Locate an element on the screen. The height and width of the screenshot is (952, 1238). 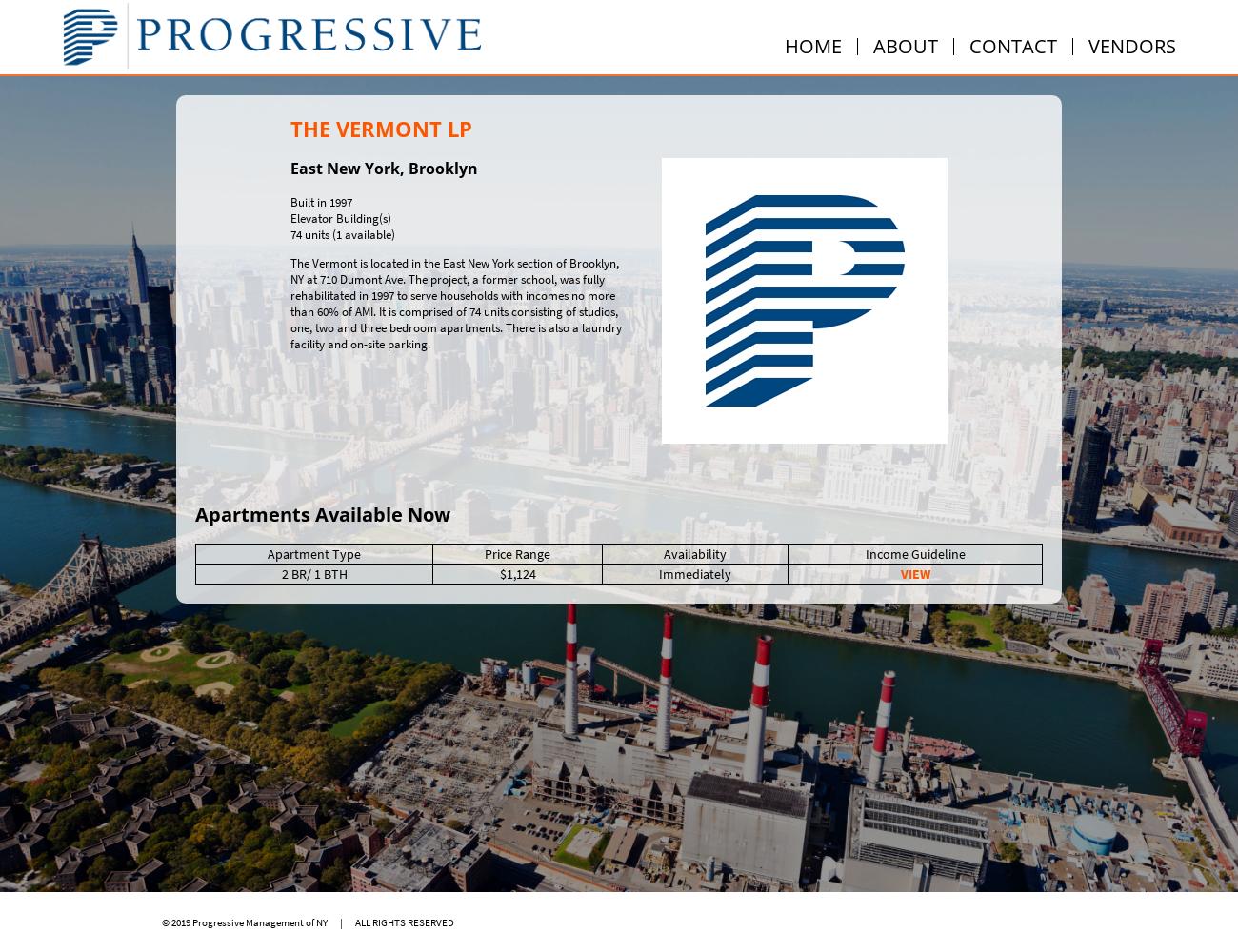
'Income Guideline' is located at coordinates (914, 553).